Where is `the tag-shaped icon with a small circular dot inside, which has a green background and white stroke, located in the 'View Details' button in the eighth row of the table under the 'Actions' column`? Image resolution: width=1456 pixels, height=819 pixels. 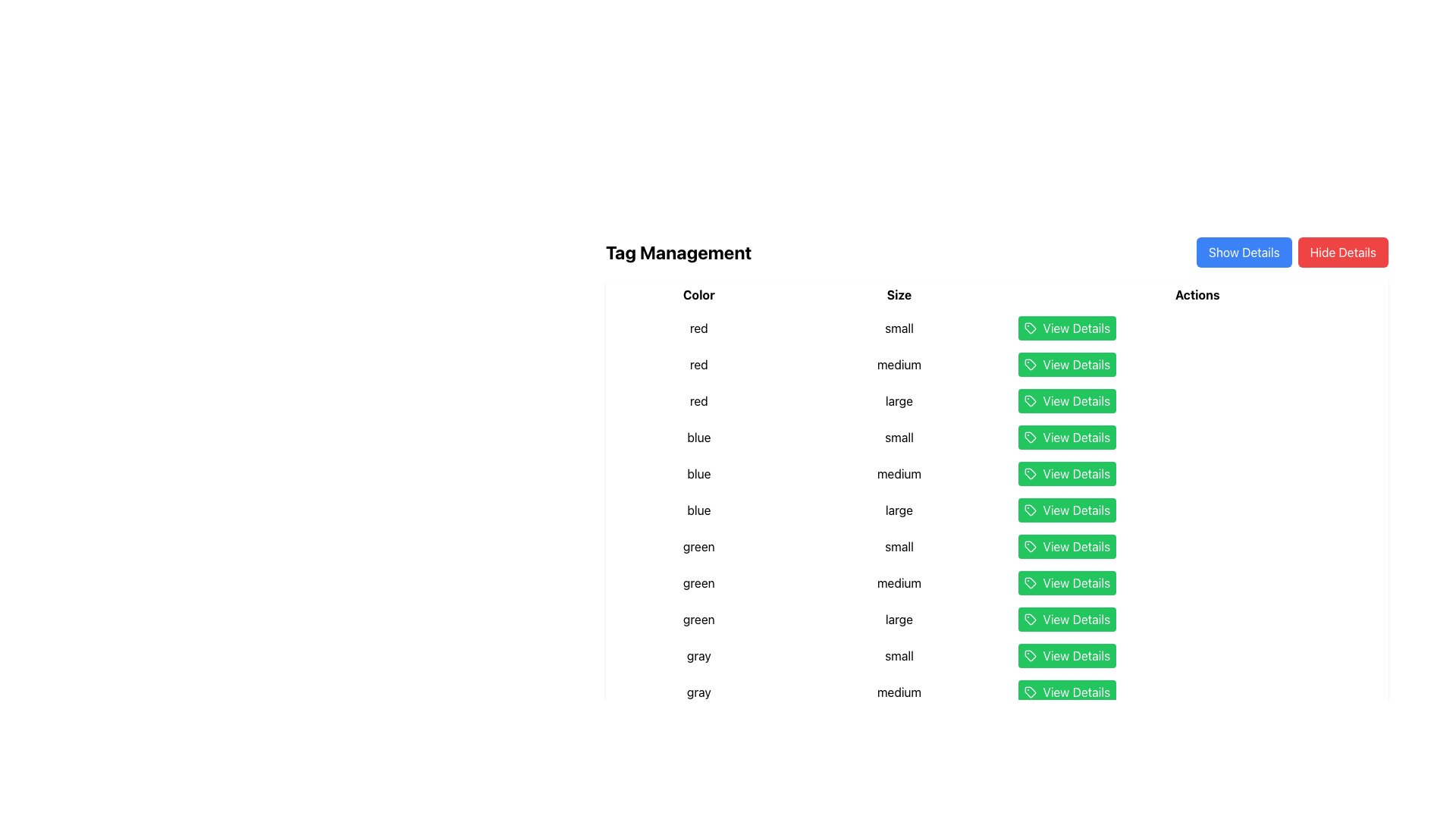
the tag-shaped icon with a small circular dot inside, which has a green background and white stroke, located in the 'View Details' button in the eighth row of the table under the 'Actions' column is located at coordinates (1031, 547).